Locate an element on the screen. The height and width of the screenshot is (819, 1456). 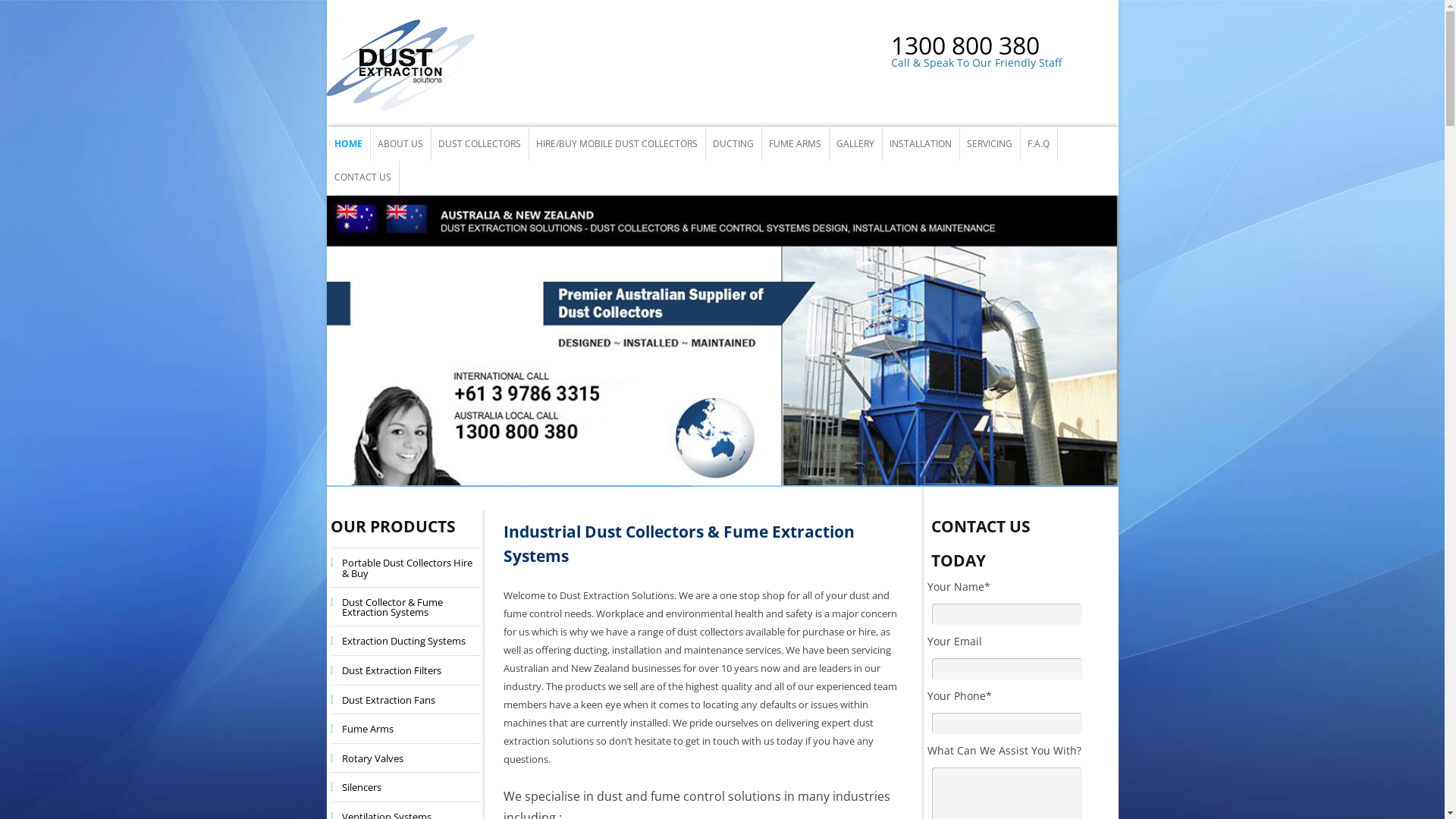
'CONTACT US' is located at coordinates (361, 177).